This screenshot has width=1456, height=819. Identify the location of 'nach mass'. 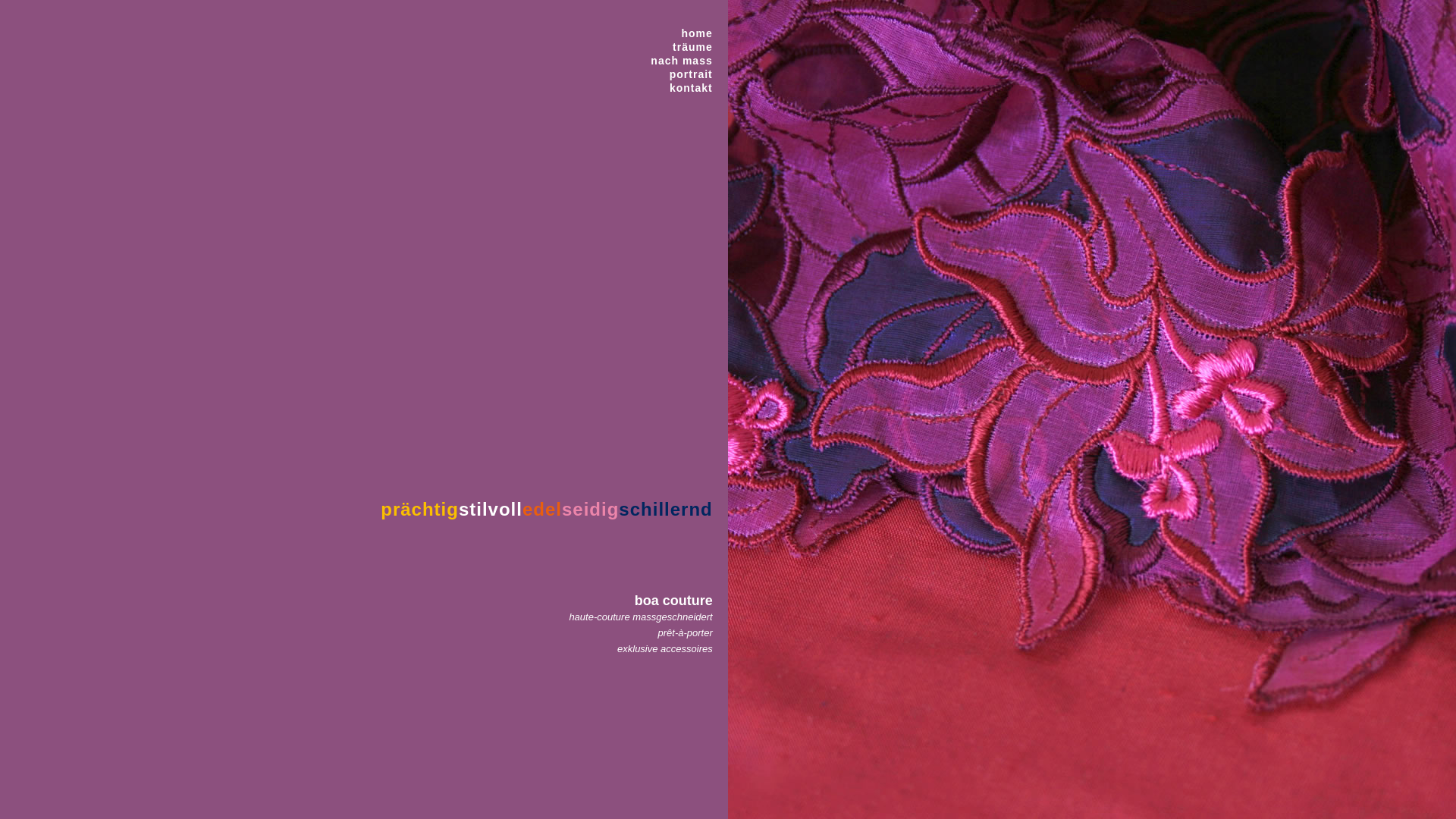
(680, 60).